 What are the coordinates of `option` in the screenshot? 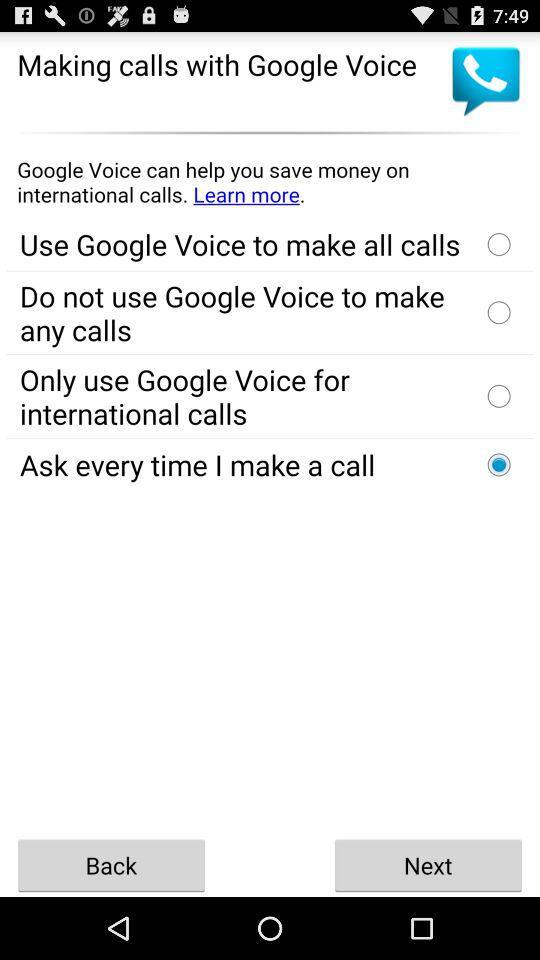 It's located at (498, 312).